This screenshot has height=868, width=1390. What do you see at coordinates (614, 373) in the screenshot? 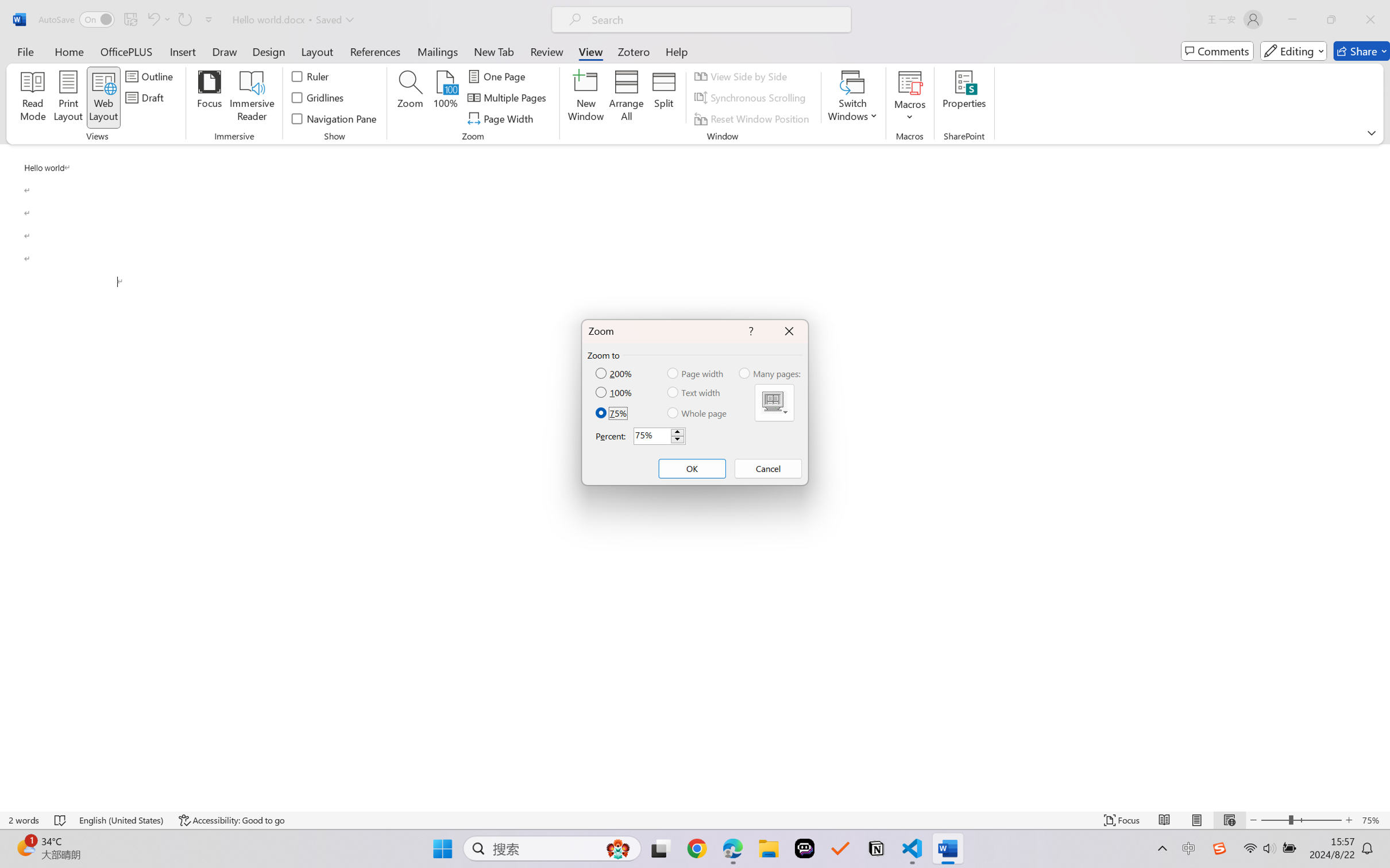
I see `'200%'` at bounding box center [614, 373].